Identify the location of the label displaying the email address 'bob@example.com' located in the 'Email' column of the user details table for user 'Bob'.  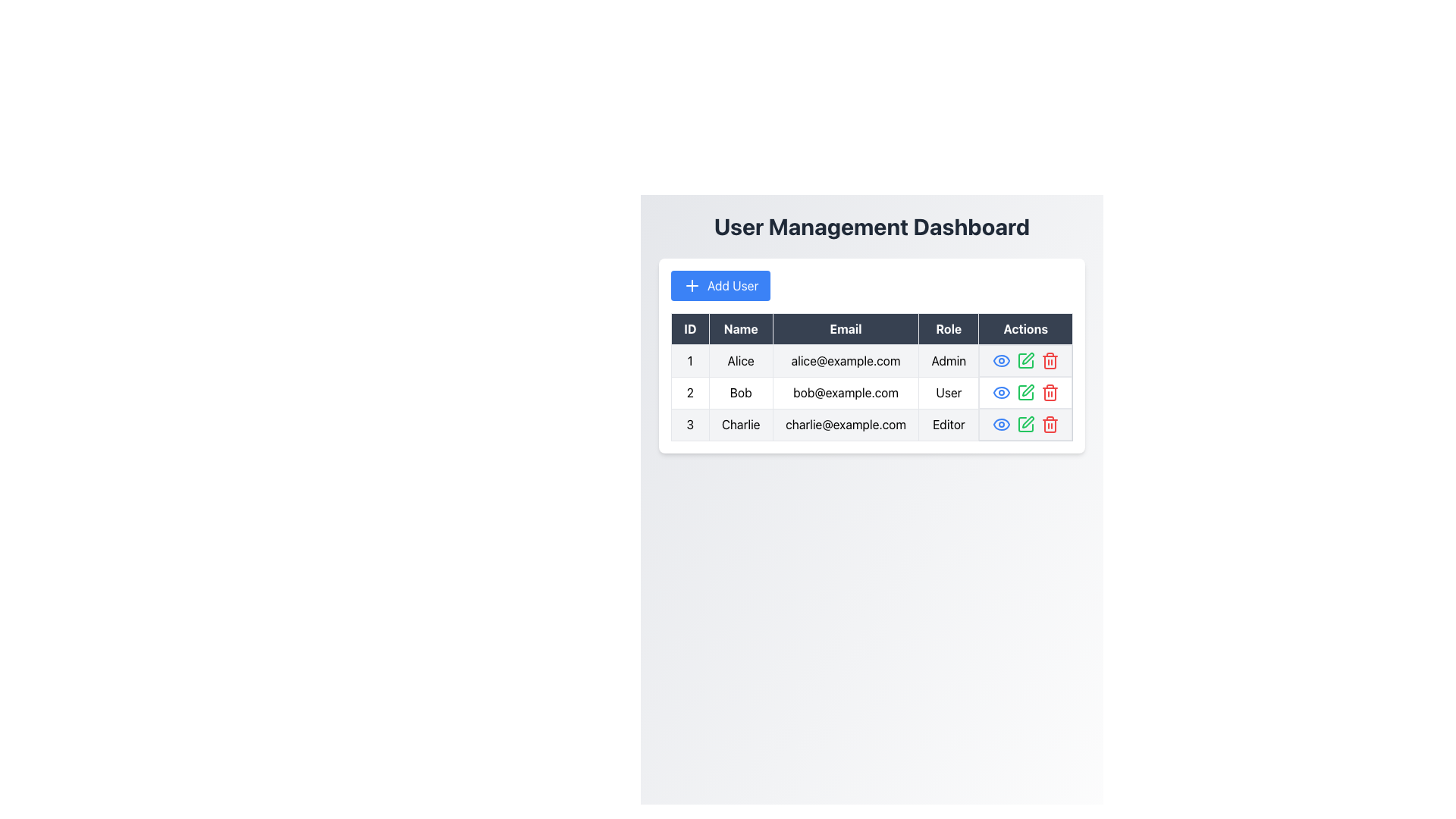
(845, 391).